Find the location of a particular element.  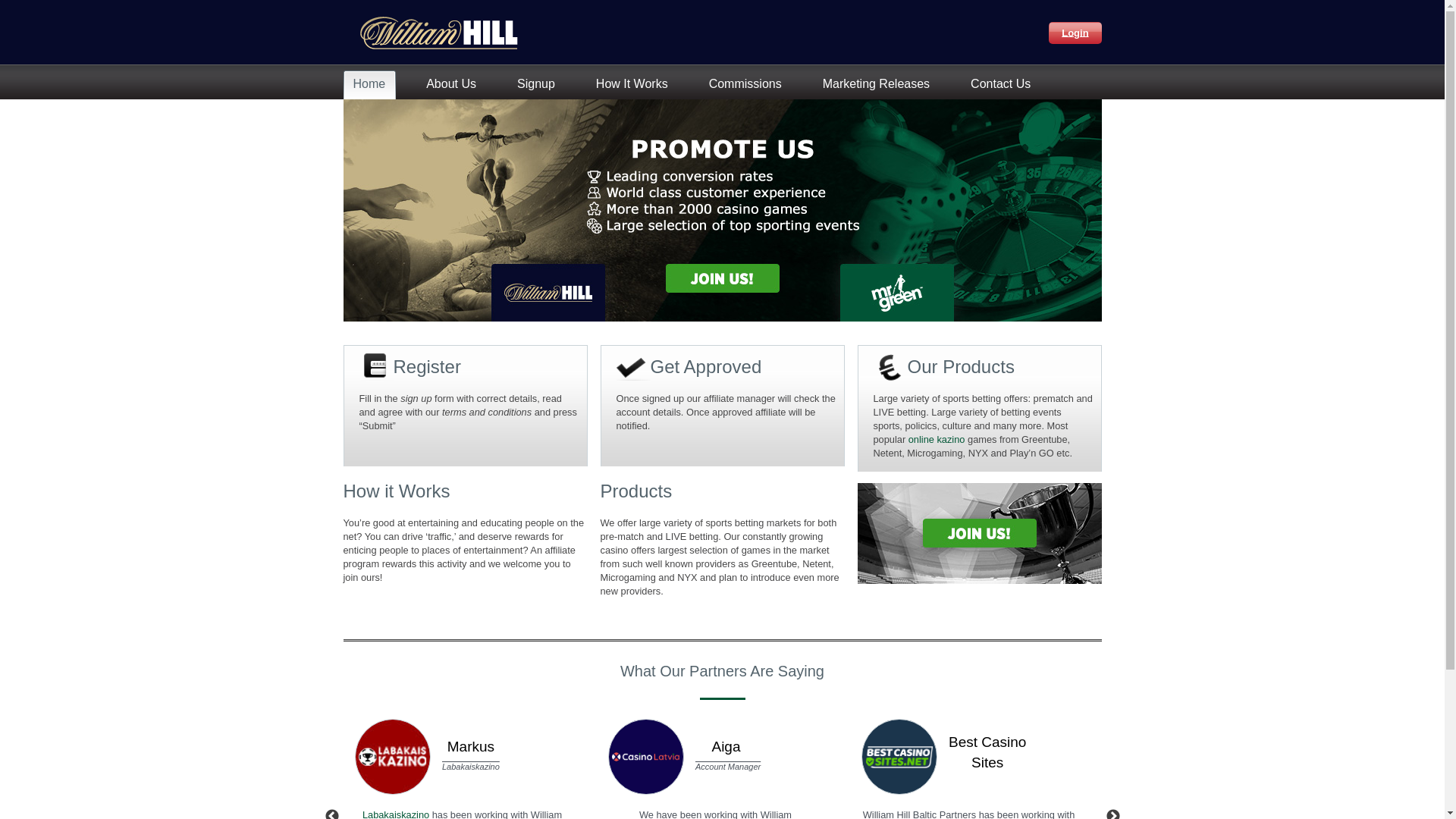

'Login' is located at coordinates (1047, 32).